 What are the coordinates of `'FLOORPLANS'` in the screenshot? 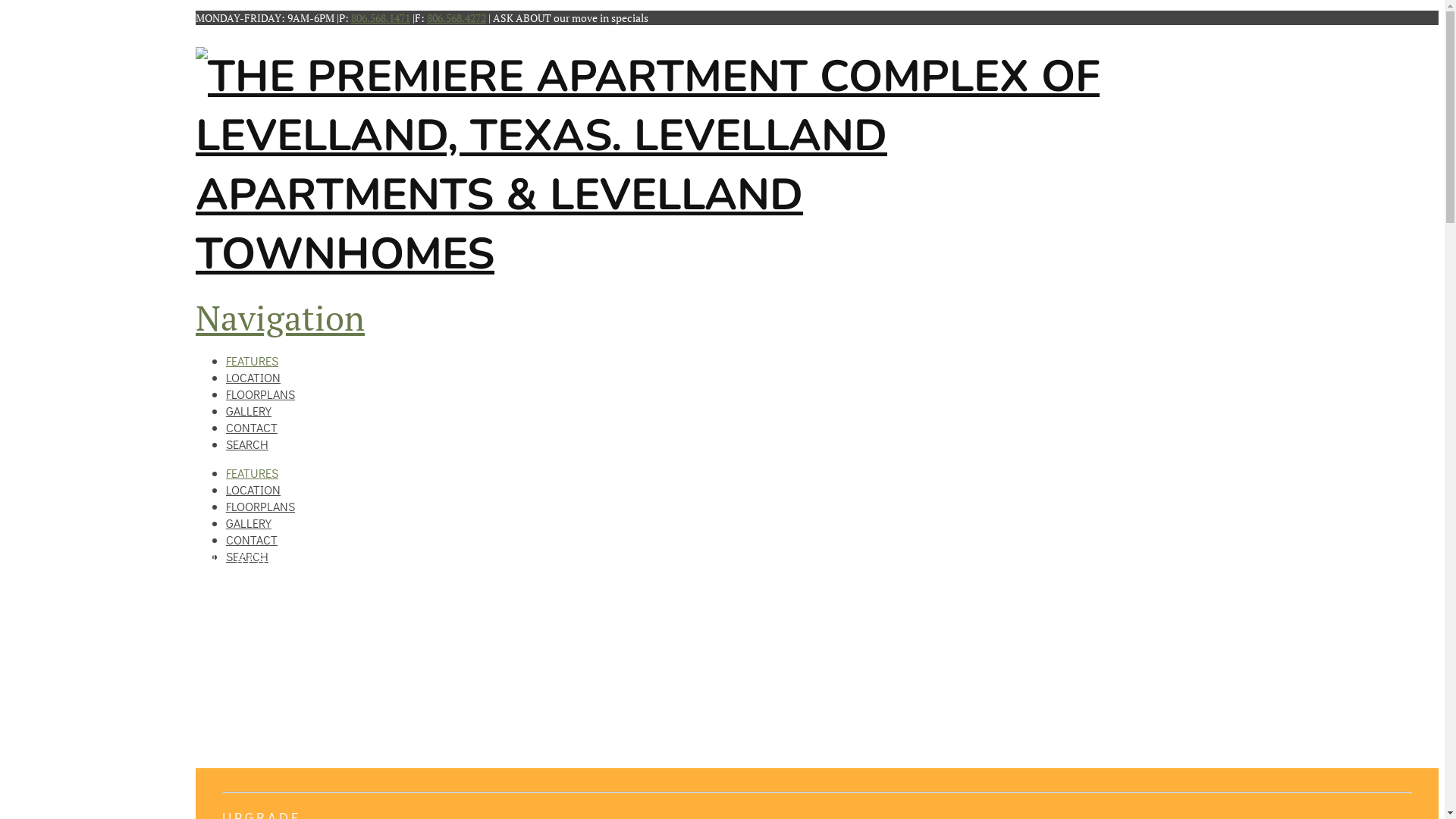 It's located at (260, 388).